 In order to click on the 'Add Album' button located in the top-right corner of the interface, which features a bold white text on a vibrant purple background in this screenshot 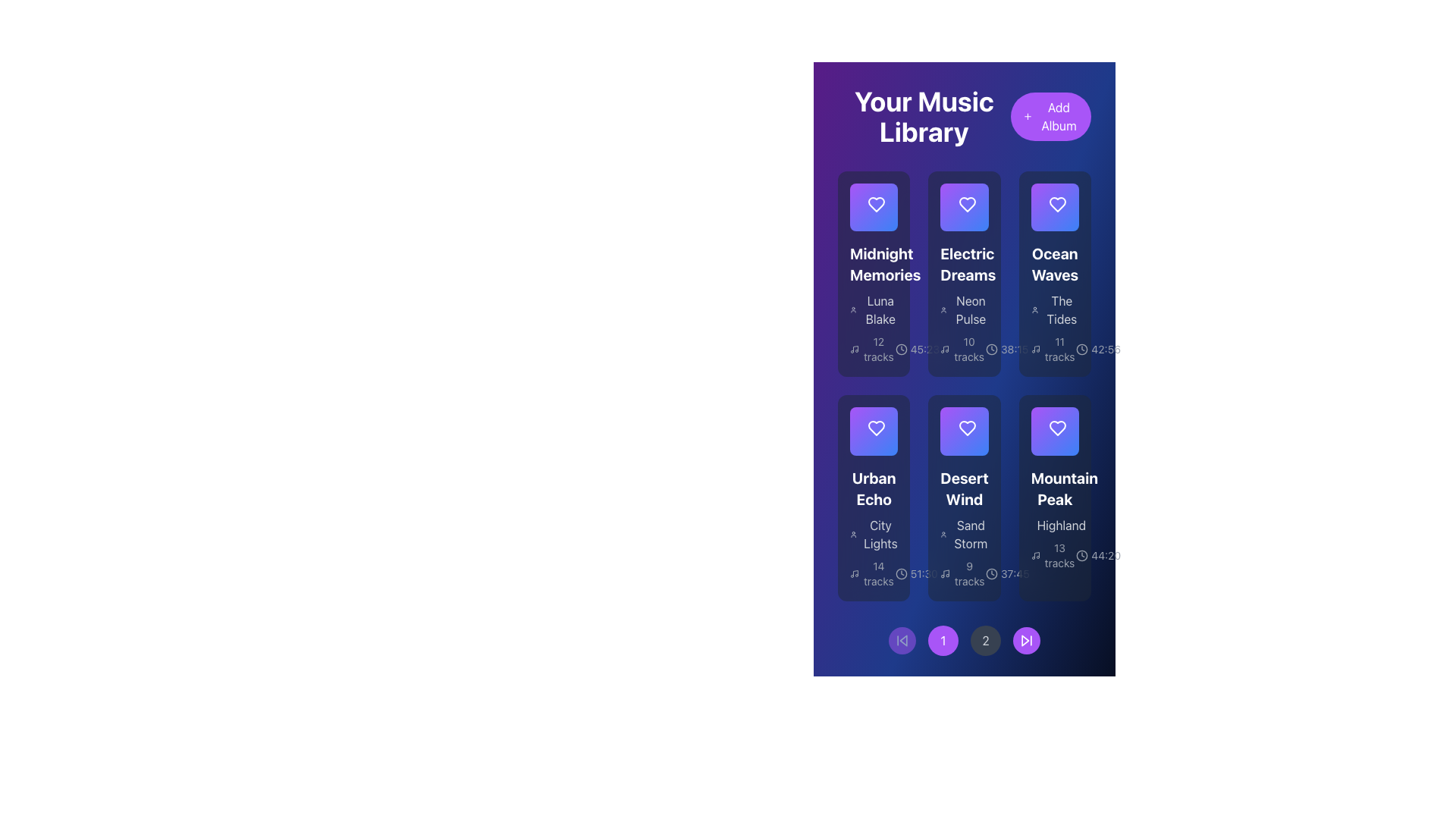, I will do `click(1058, 116)`.